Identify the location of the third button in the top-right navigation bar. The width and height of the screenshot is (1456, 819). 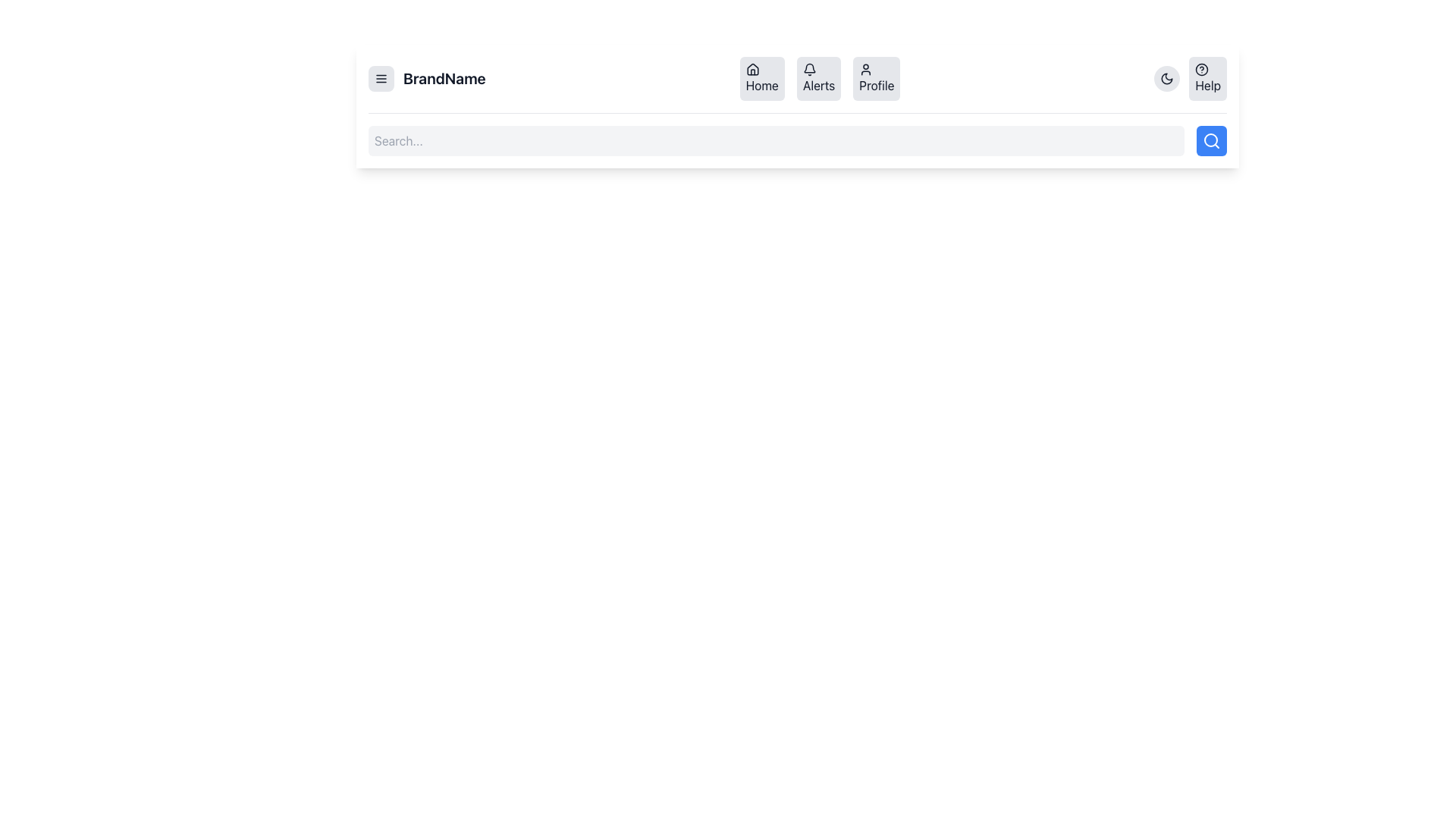
(877, 79).